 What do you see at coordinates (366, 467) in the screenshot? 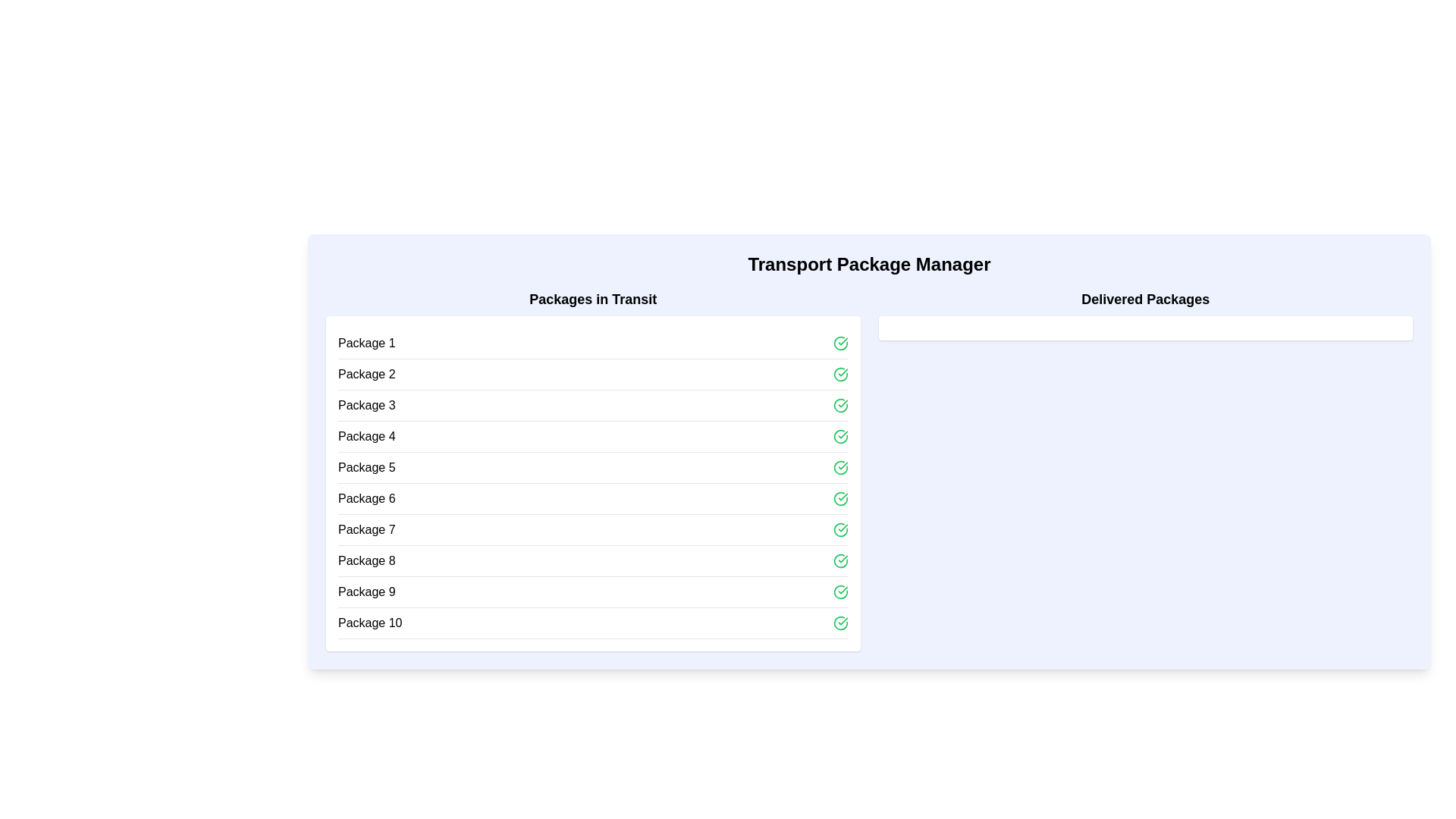
I see `the text label displaying 'Package 5', which is the fifth entry in the list of packages under 'Packages in Transit'` at bounding box center [366, 467].